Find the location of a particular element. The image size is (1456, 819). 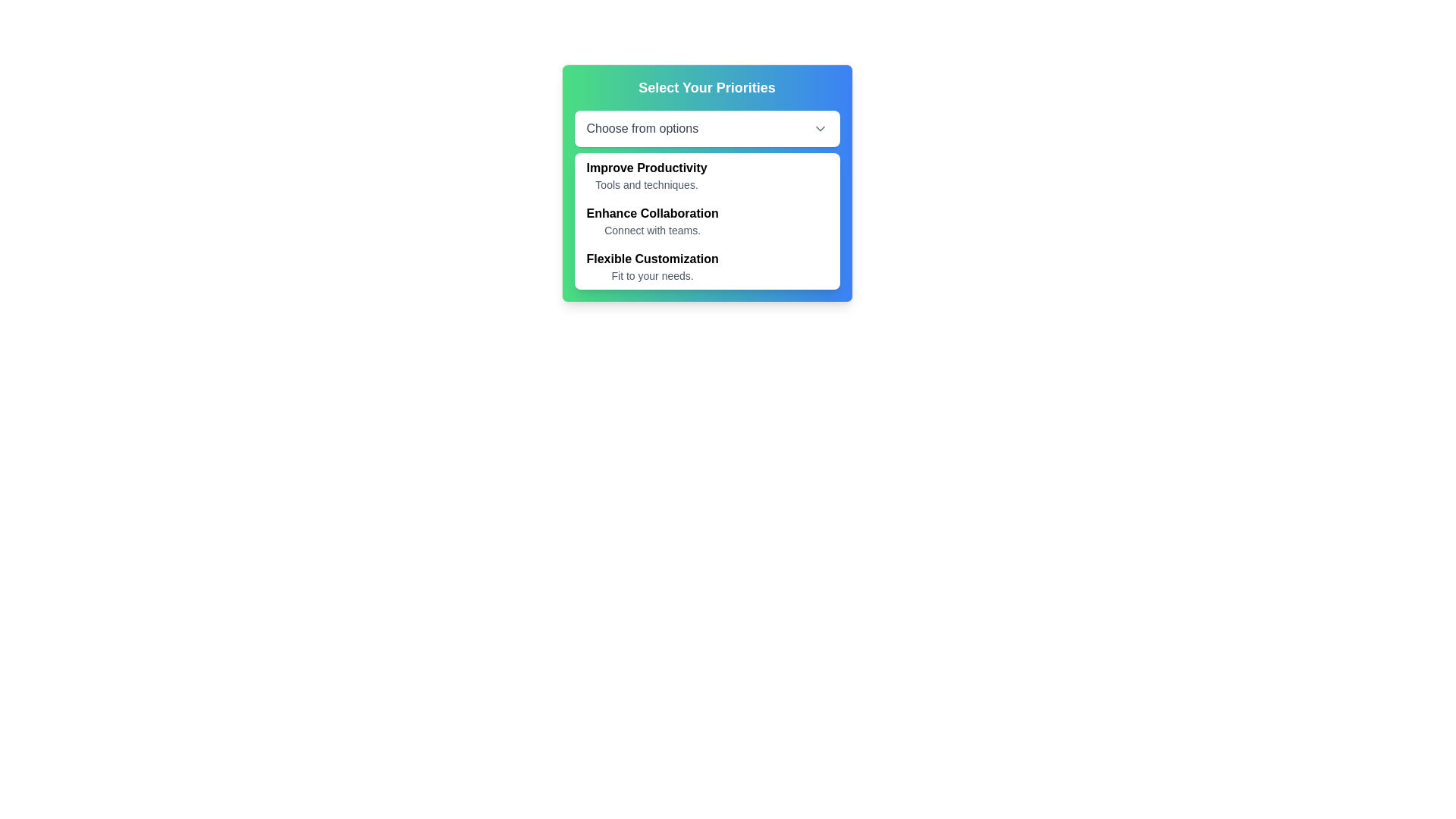

text label 'Flexible Customization' which is styled in bold font and located within a dropdown menu interface, positioned below the dropdown selection box and above the description text 'Fit to your needs.' is located at coordinates (652, 259).